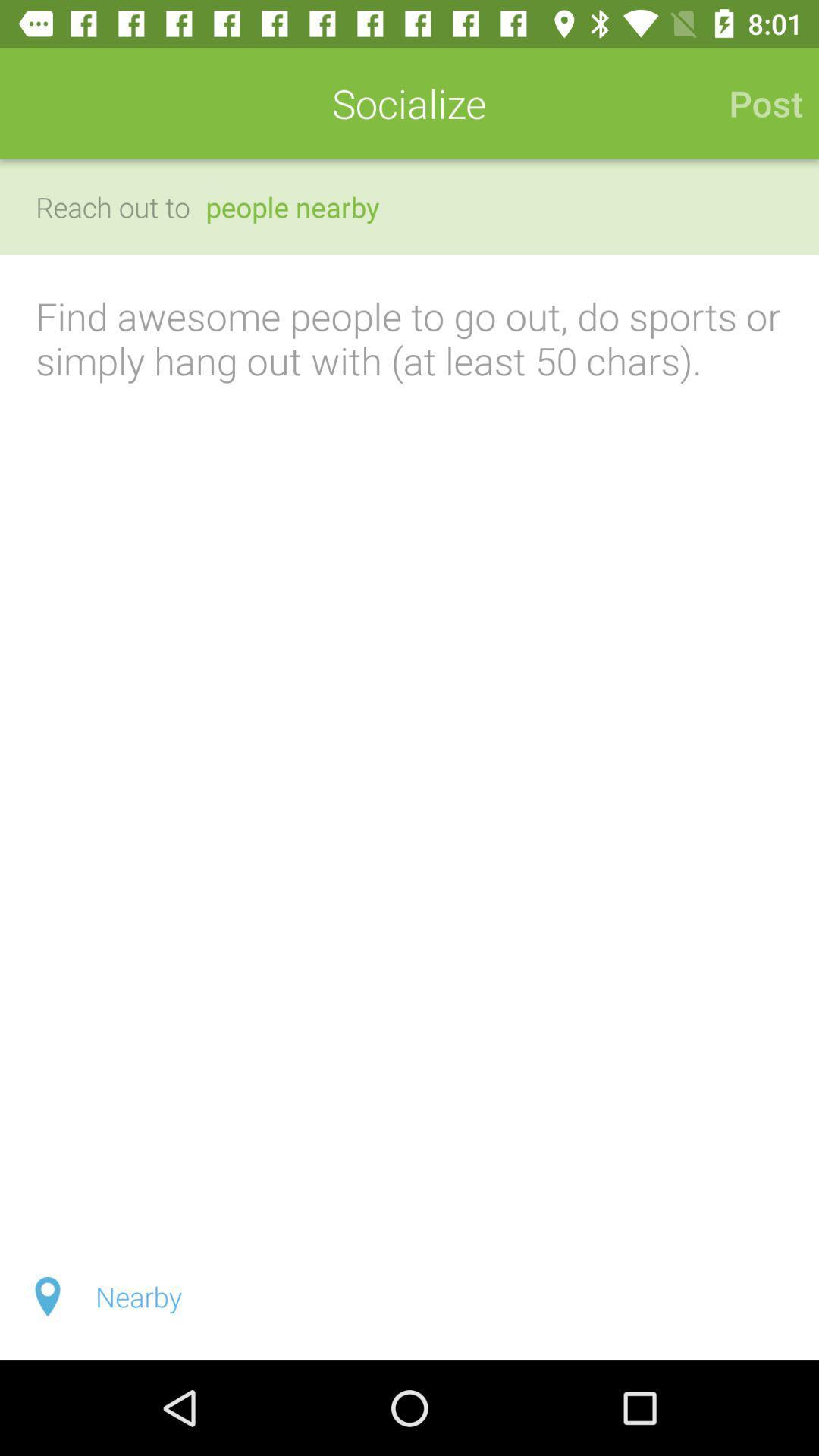 This screenshot has width=819, height=1456. I want to click on the icon to the right of socialize icon, so click(758, 102).